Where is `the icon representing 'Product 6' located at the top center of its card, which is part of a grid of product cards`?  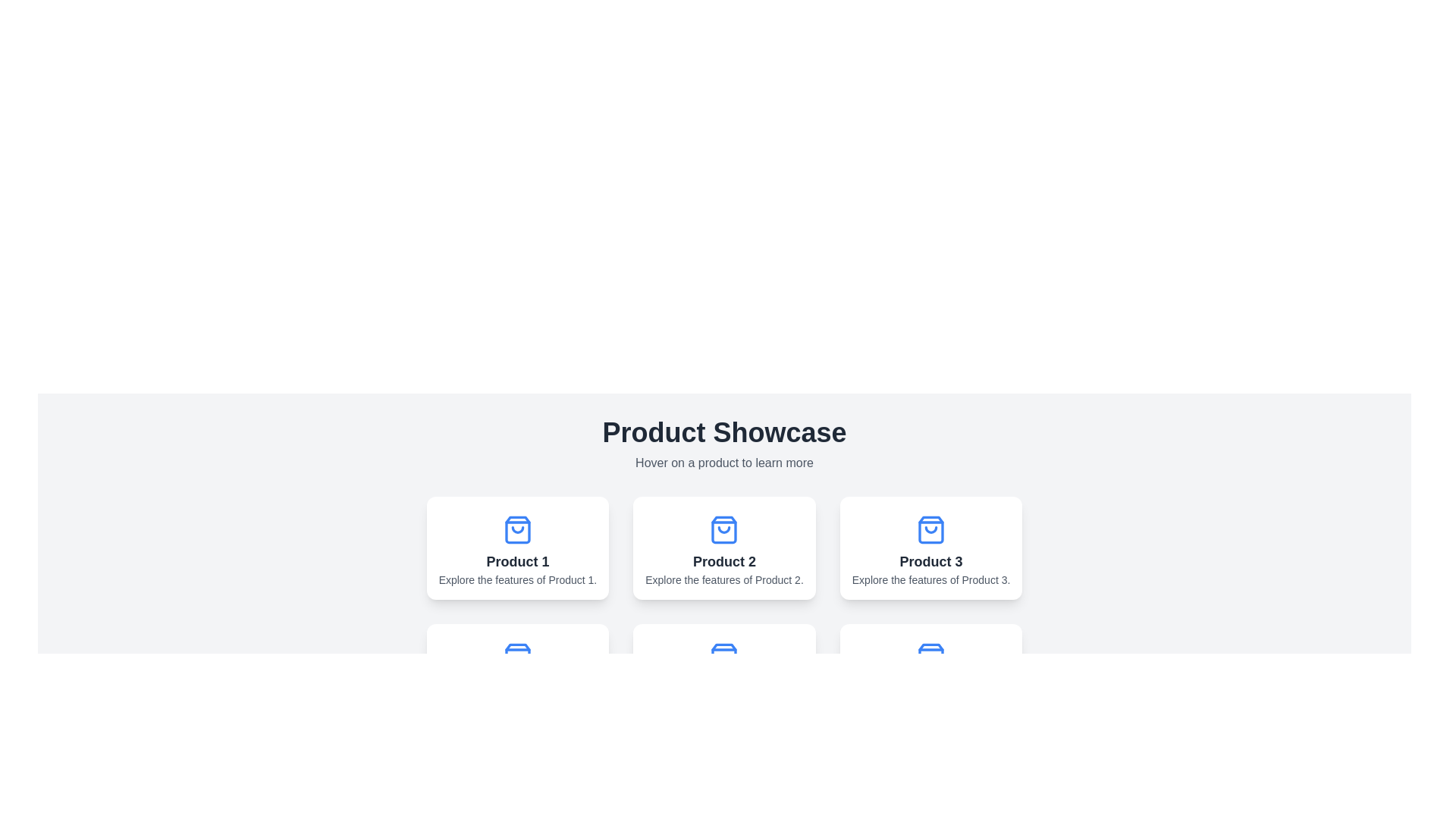
the icon representing 'Product 6' located at the top center of its card, which is part of a grid of product cards is located at coordinates (930, 657).